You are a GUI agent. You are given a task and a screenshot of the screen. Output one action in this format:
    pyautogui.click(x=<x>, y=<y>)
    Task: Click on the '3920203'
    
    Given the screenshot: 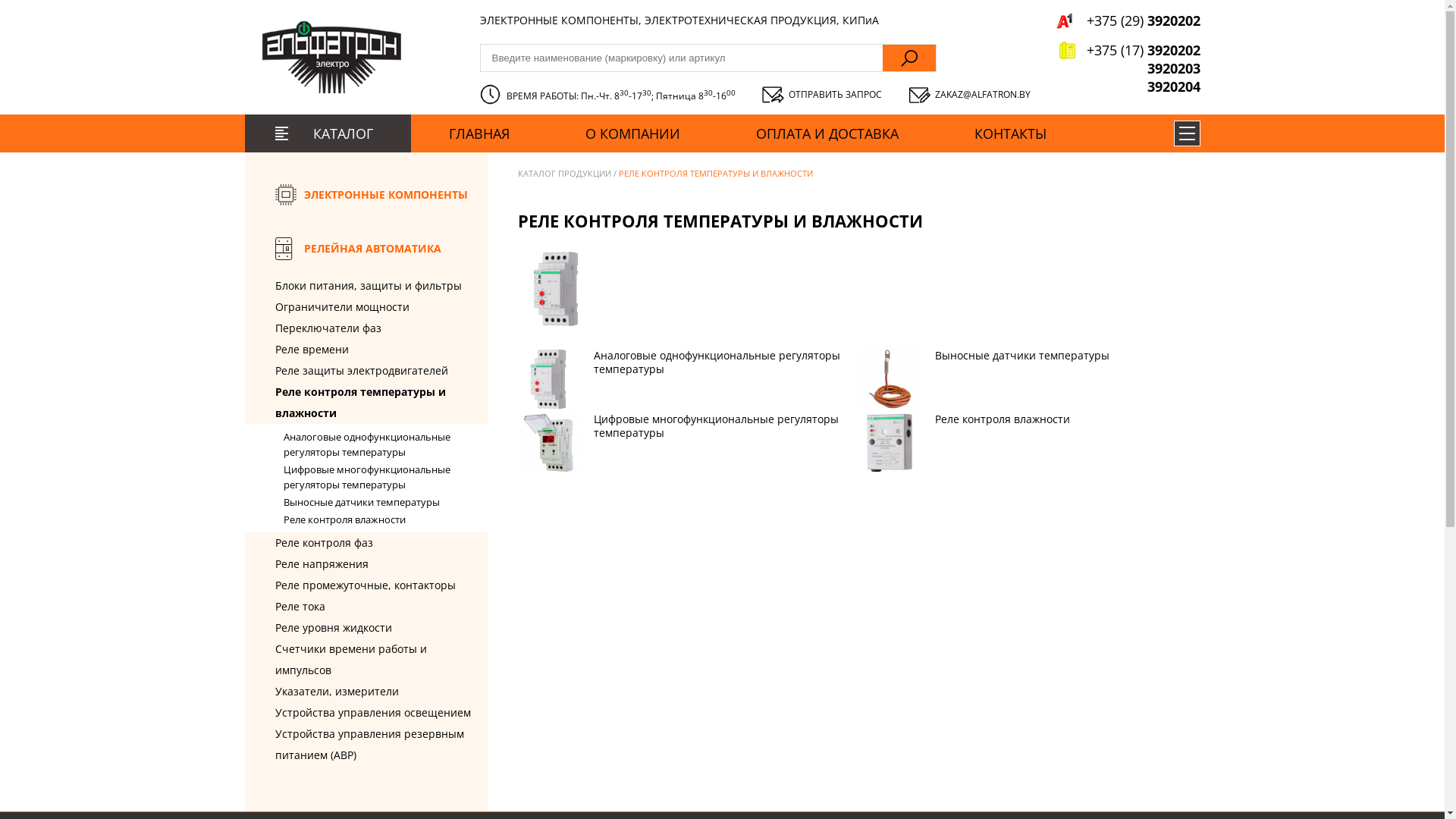 What is the action you would take?
    pyautogui.click(x=1128, y=67)
    